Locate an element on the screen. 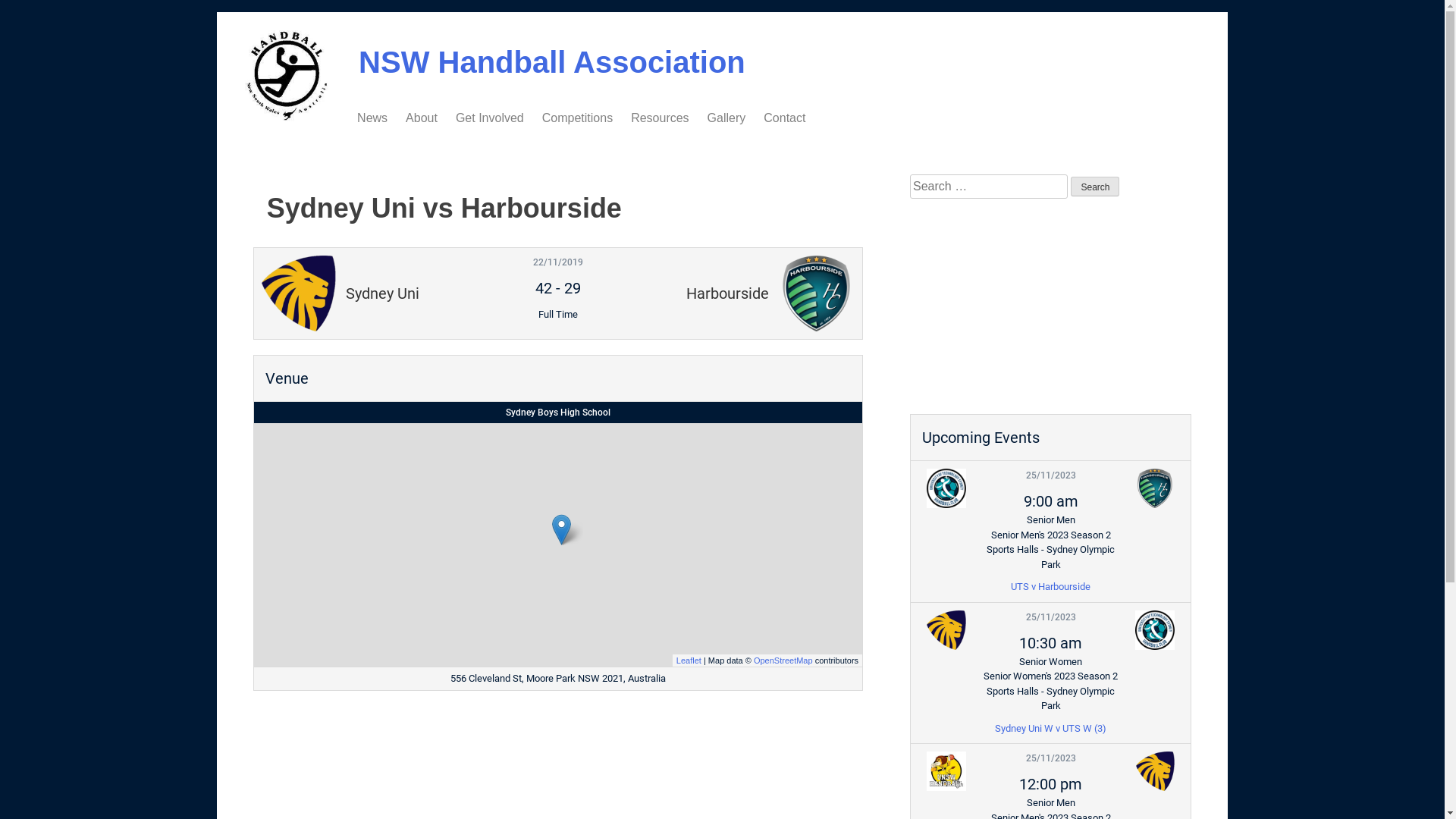 This screenshot has width=1456, height=819. 'Sydney Uni W v UTS W (3)' is located at coordinates (1050, 726).